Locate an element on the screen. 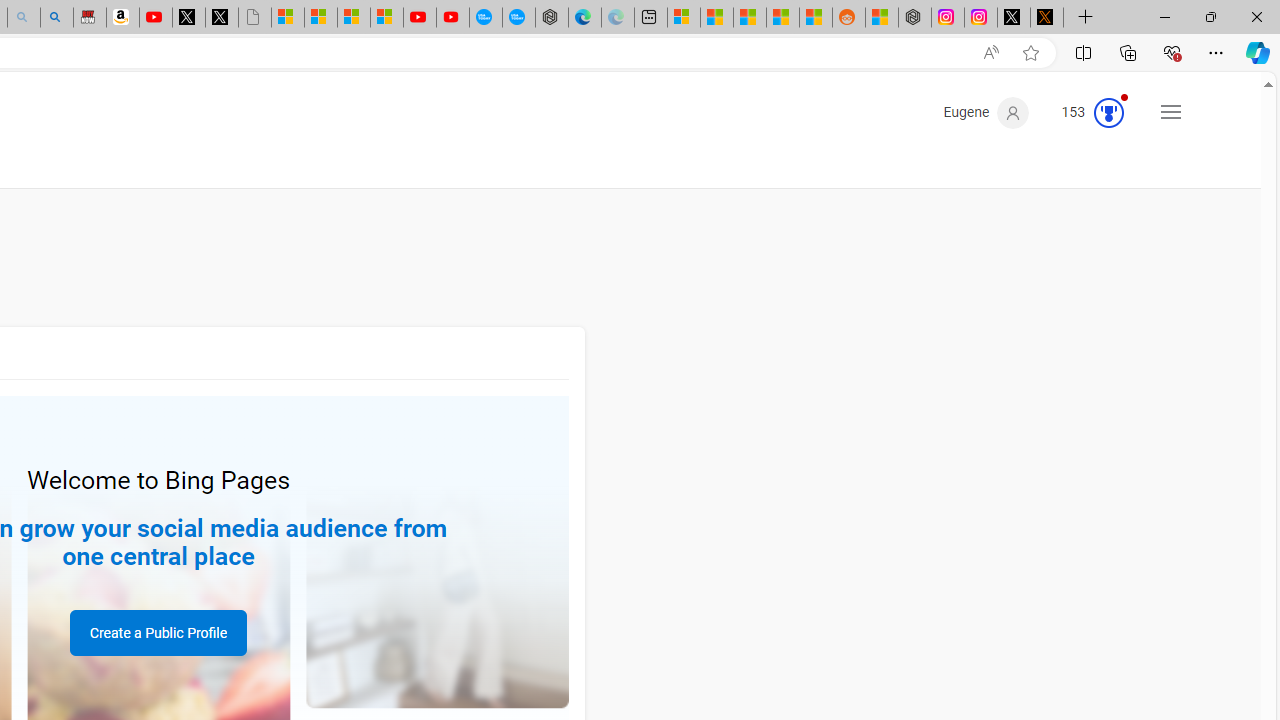  'Day 1: Arriving in Yemen (surreal to be here) - YouTube' is located at coordinates (154, 17).